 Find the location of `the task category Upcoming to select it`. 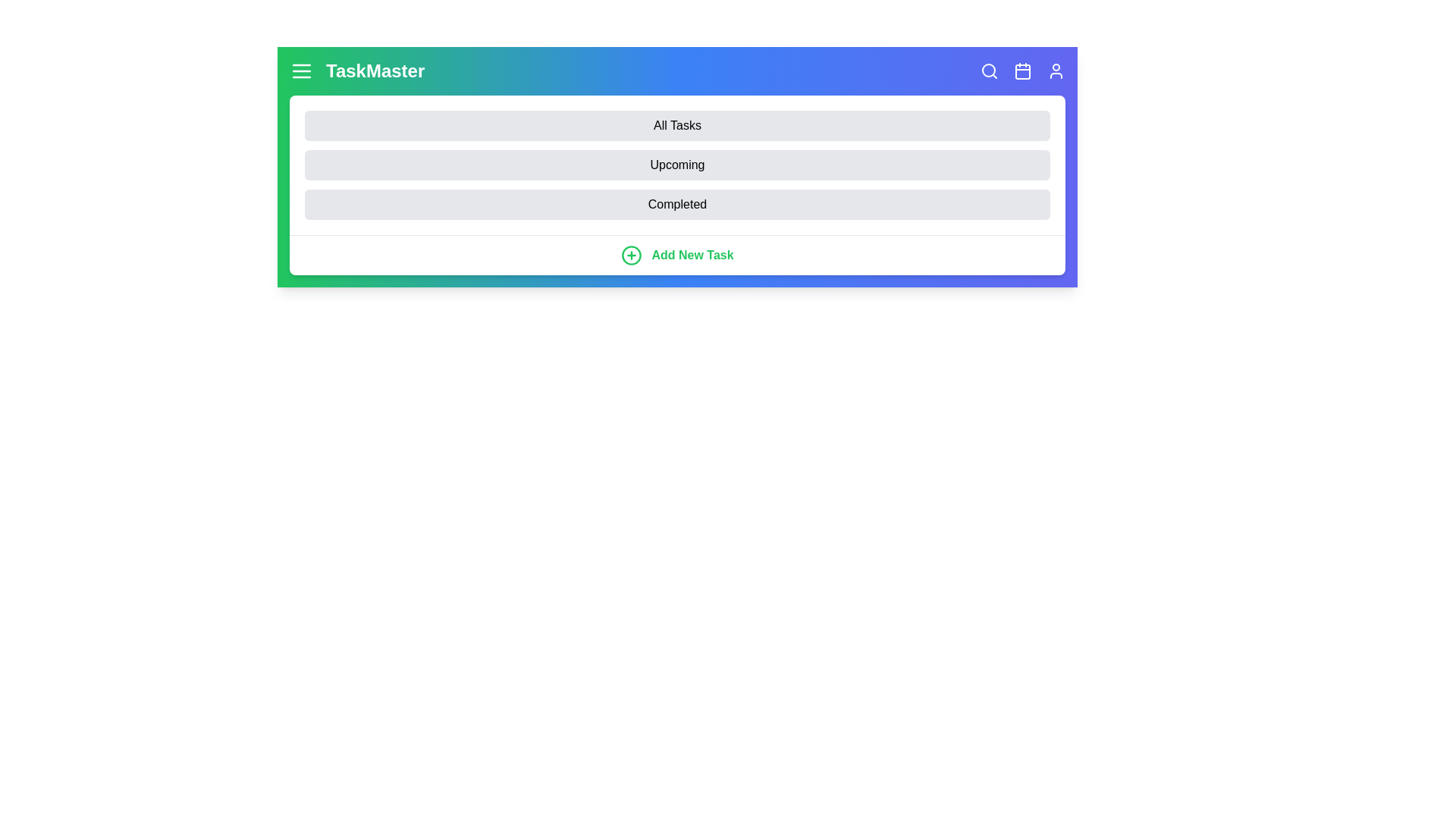

the task category Upcoming to select it is located at coordinates (676, 165).